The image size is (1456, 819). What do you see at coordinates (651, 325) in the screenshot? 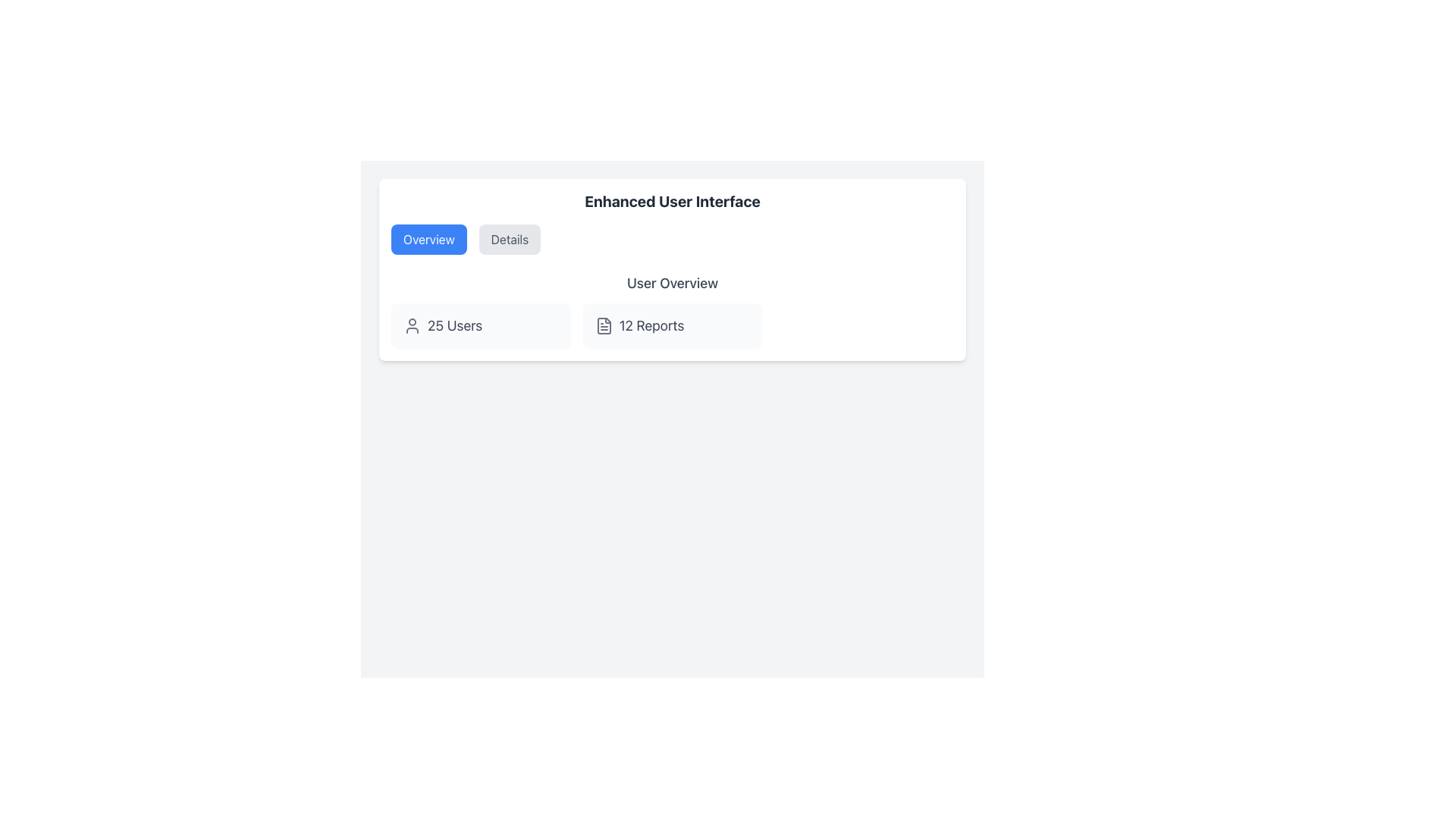
I see `the text label that provides a summary of reports, located in the second column under the 'User Overview' section, next to the document icon` at bounding box center [651, 325].